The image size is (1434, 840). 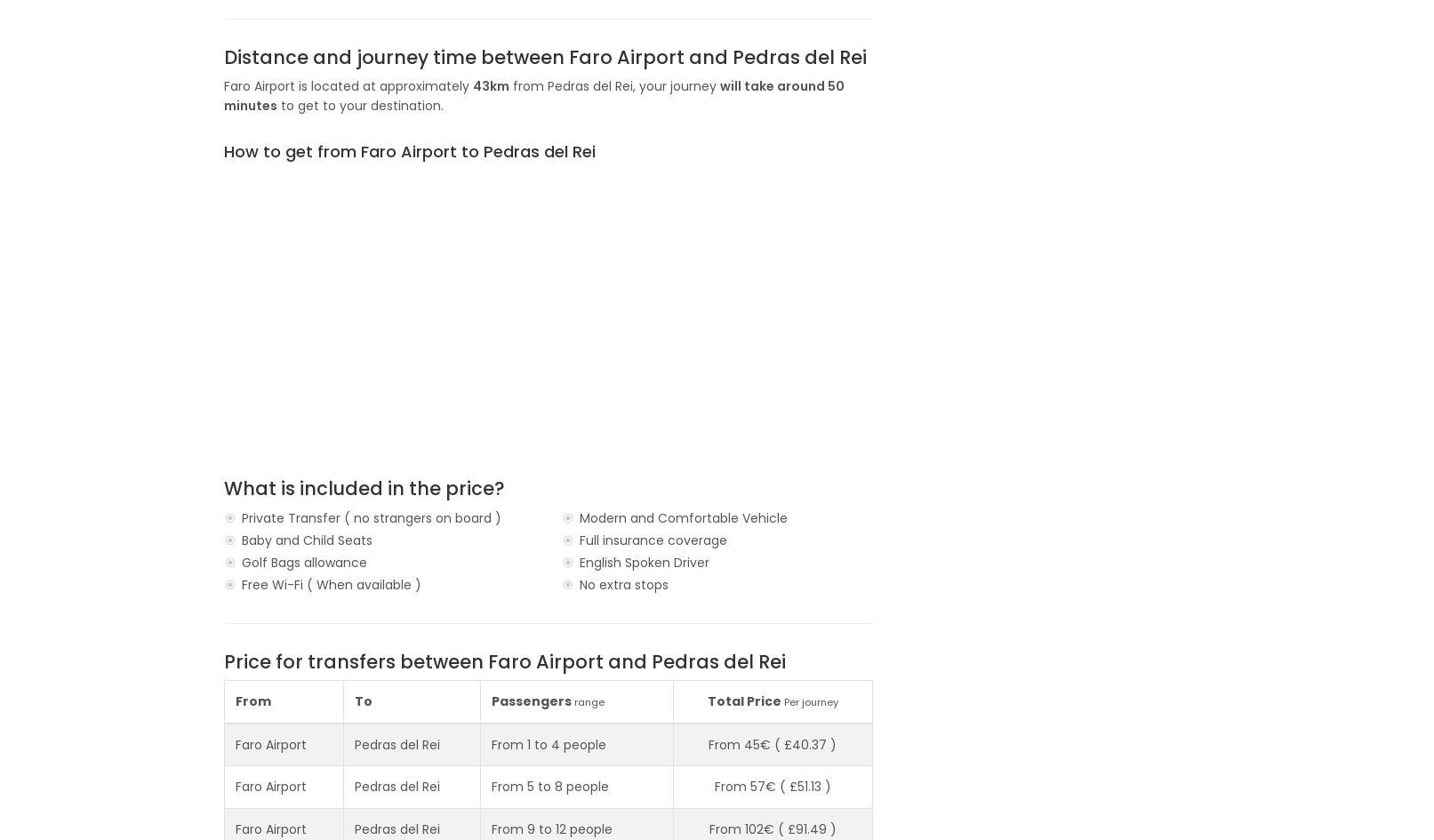 I want to click on 'Total Price', so click(x=743, y=700).